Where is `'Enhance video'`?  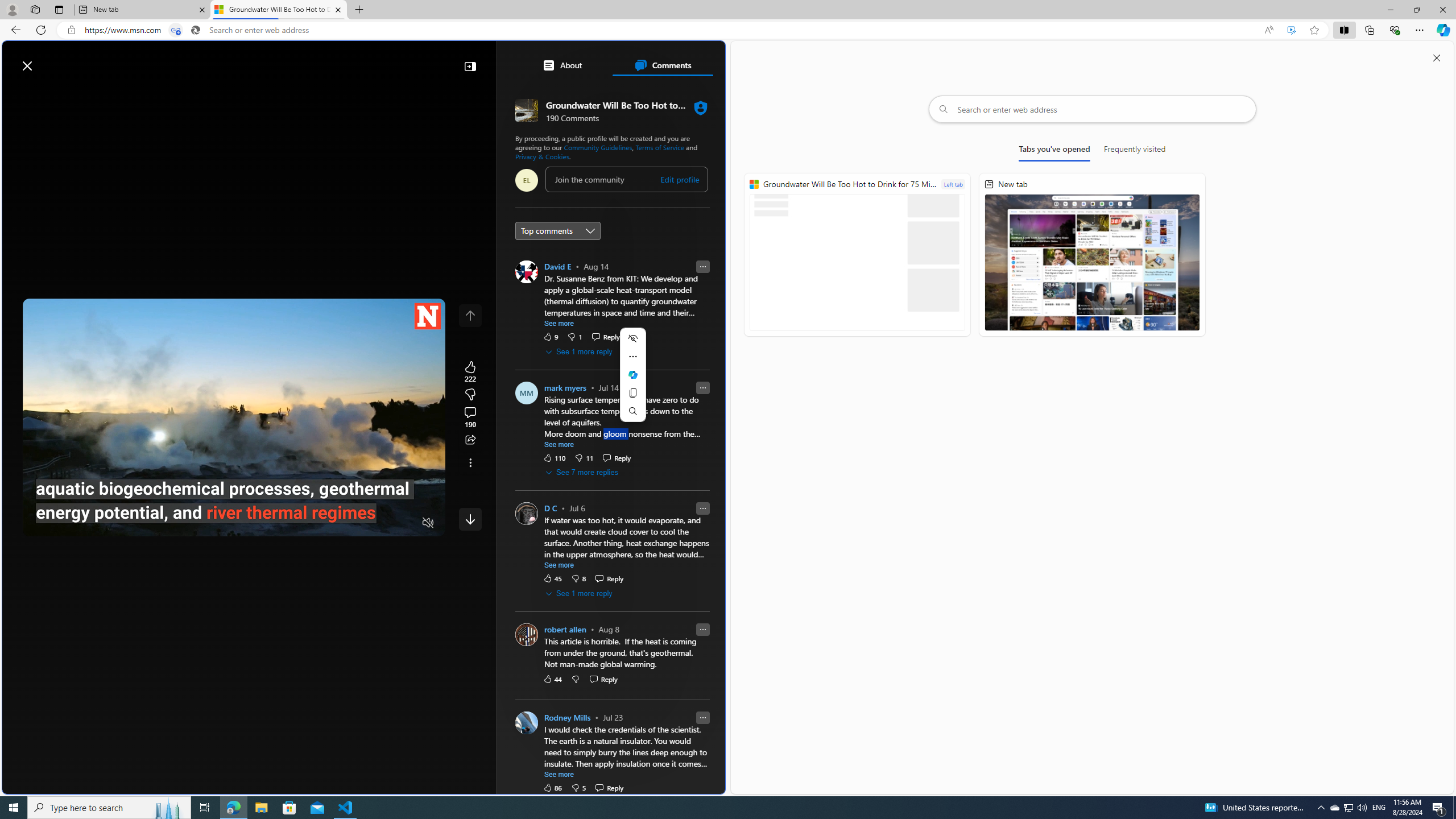
'Enhance video' is located at coordinates (1291, 30).